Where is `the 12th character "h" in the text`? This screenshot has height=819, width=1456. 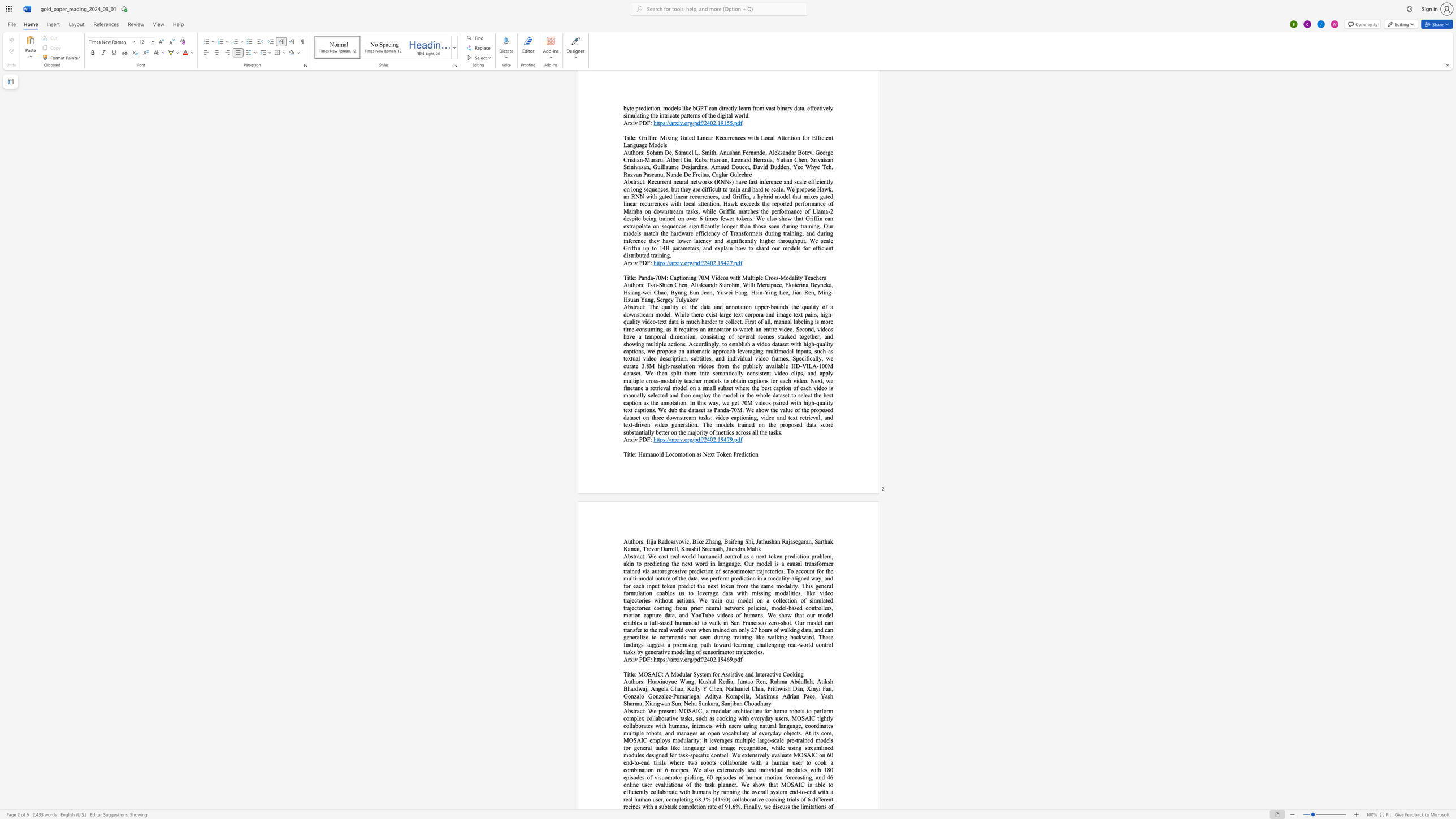 the 12th character "h" in the text is located at coordinates (831, 696).